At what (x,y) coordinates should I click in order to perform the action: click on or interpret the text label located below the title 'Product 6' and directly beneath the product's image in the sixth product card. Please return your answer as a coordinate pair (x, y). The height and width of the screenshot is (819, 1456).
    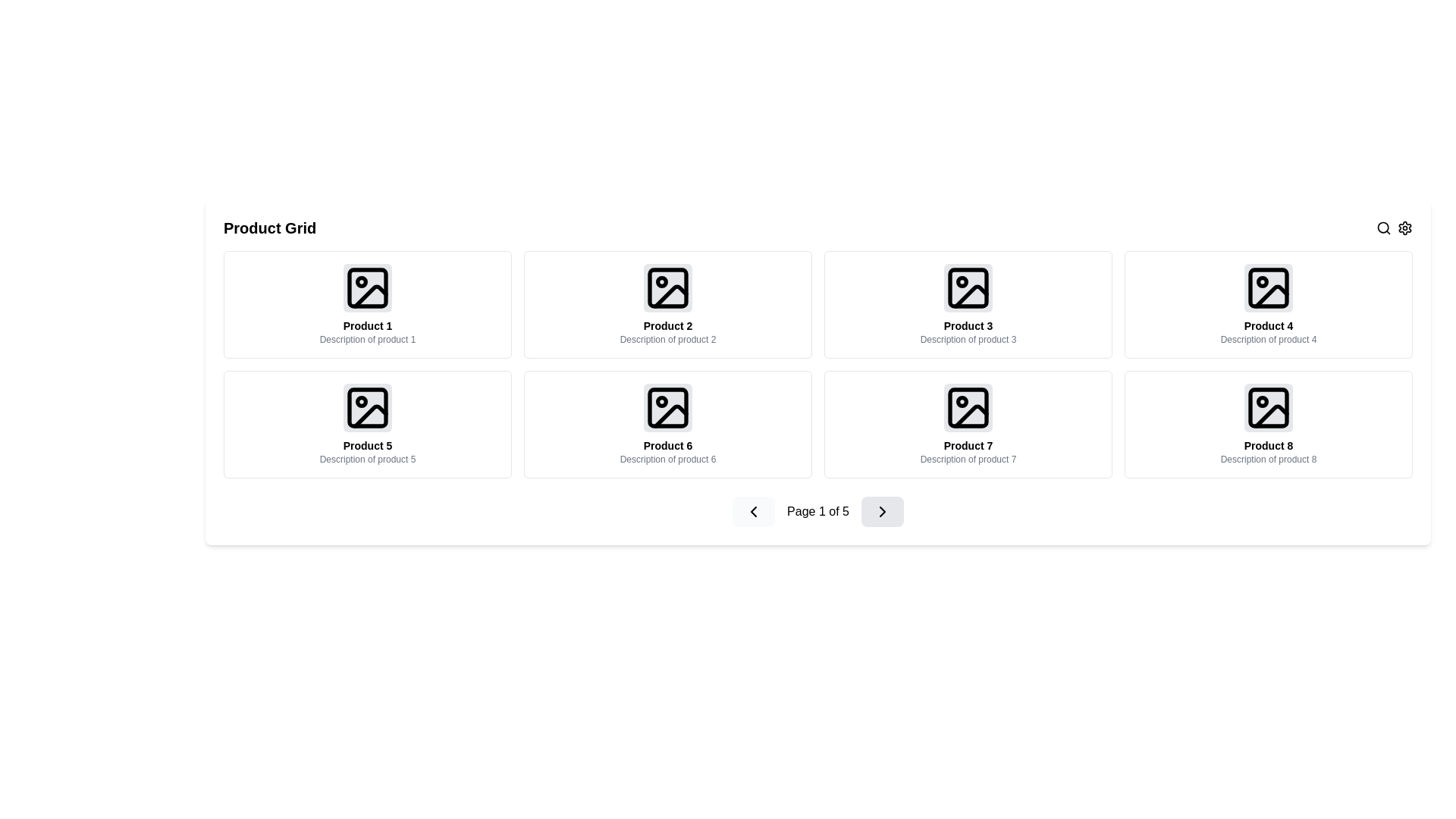
    Looking at the image, I should click on (667, 458).